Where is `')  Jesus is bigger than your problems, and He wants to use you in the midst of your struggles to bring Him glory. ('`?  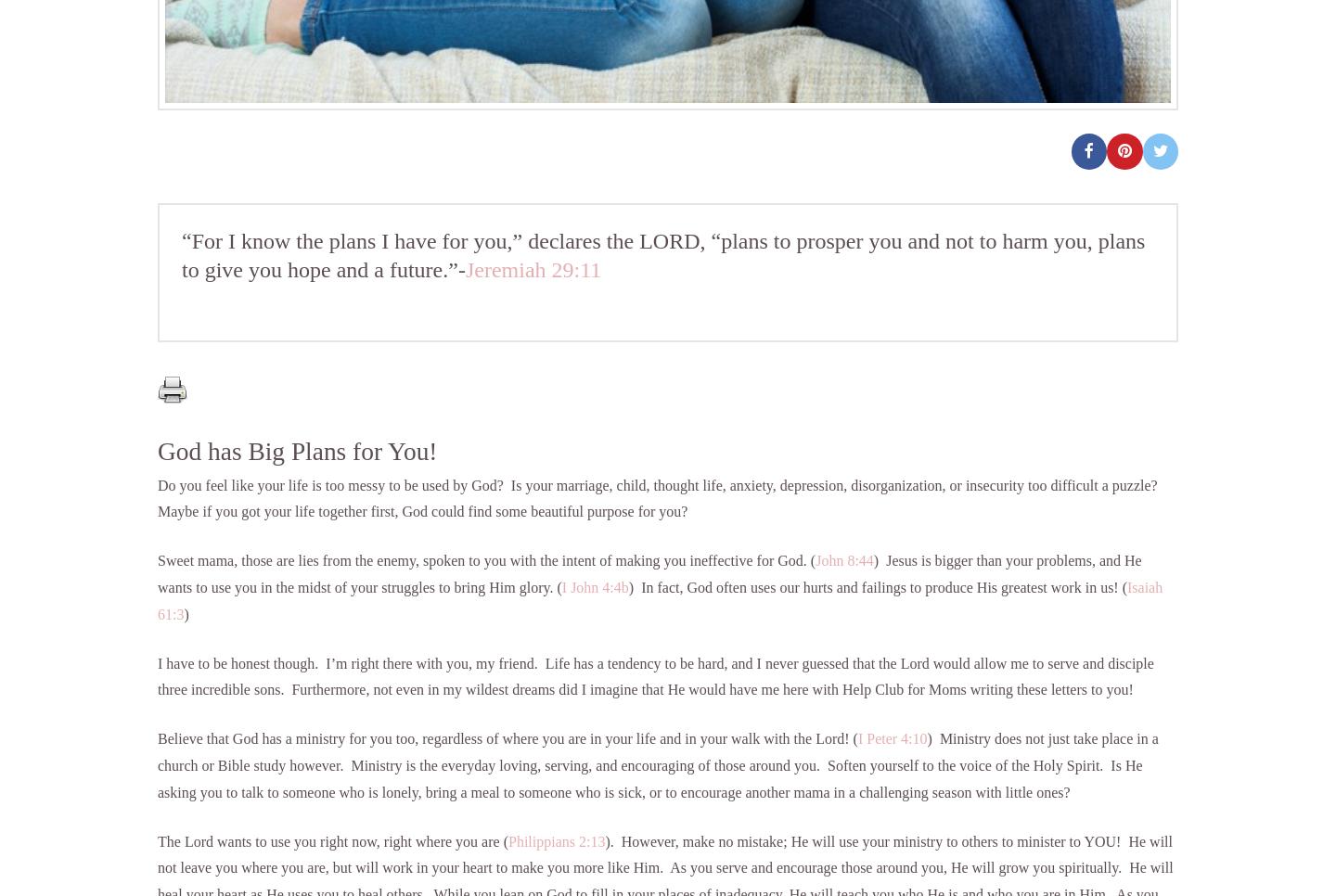
')  Jesus is bigger than your problems, and He wants to use you in the midst of your struggles to bring Him glory. (' is located at coordinates (649, 574).